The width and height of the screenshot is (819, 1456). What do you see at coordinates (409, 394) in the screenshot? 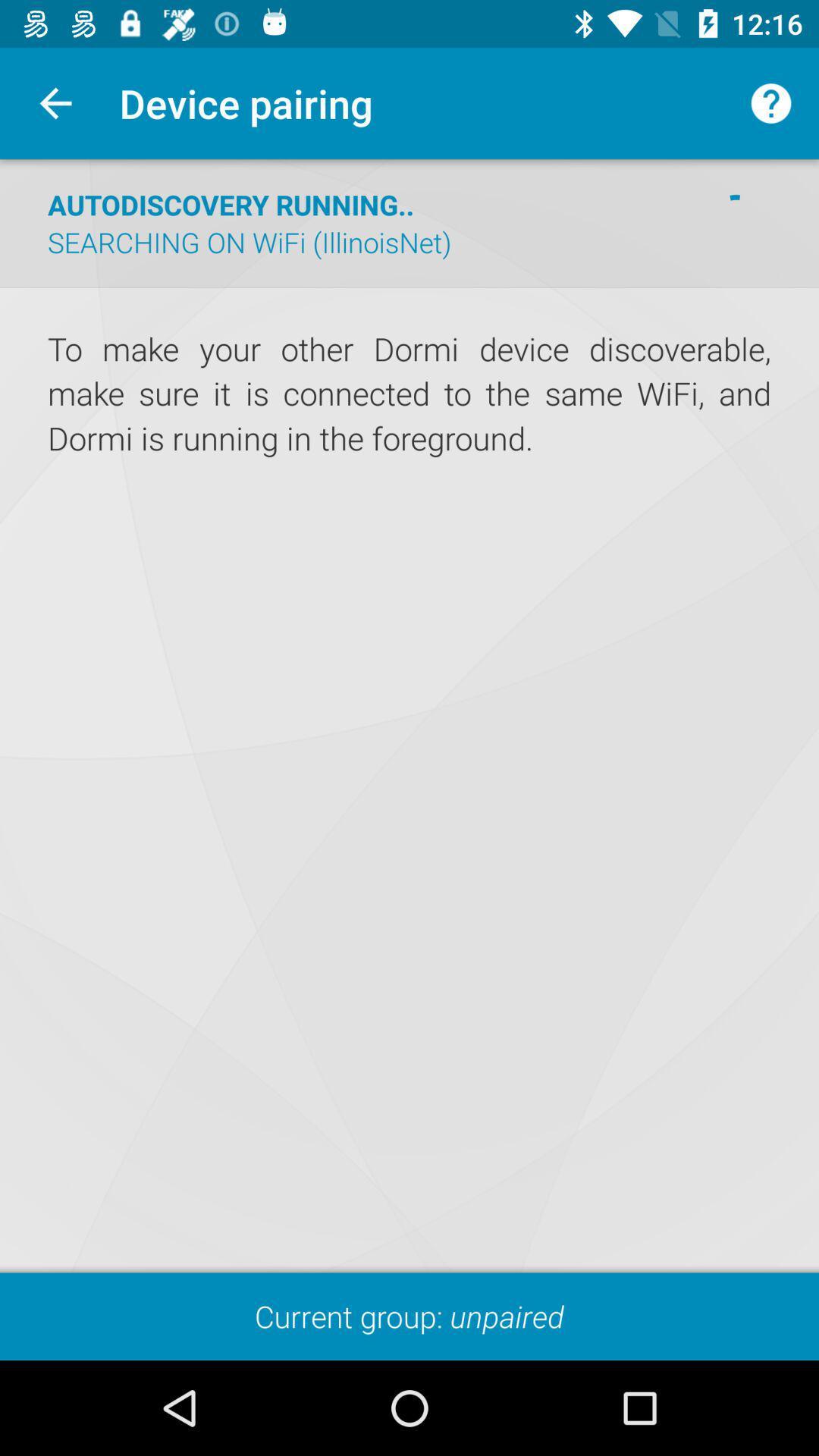
I see `icon above current group: unpaired` at bounding box center [409, 394].